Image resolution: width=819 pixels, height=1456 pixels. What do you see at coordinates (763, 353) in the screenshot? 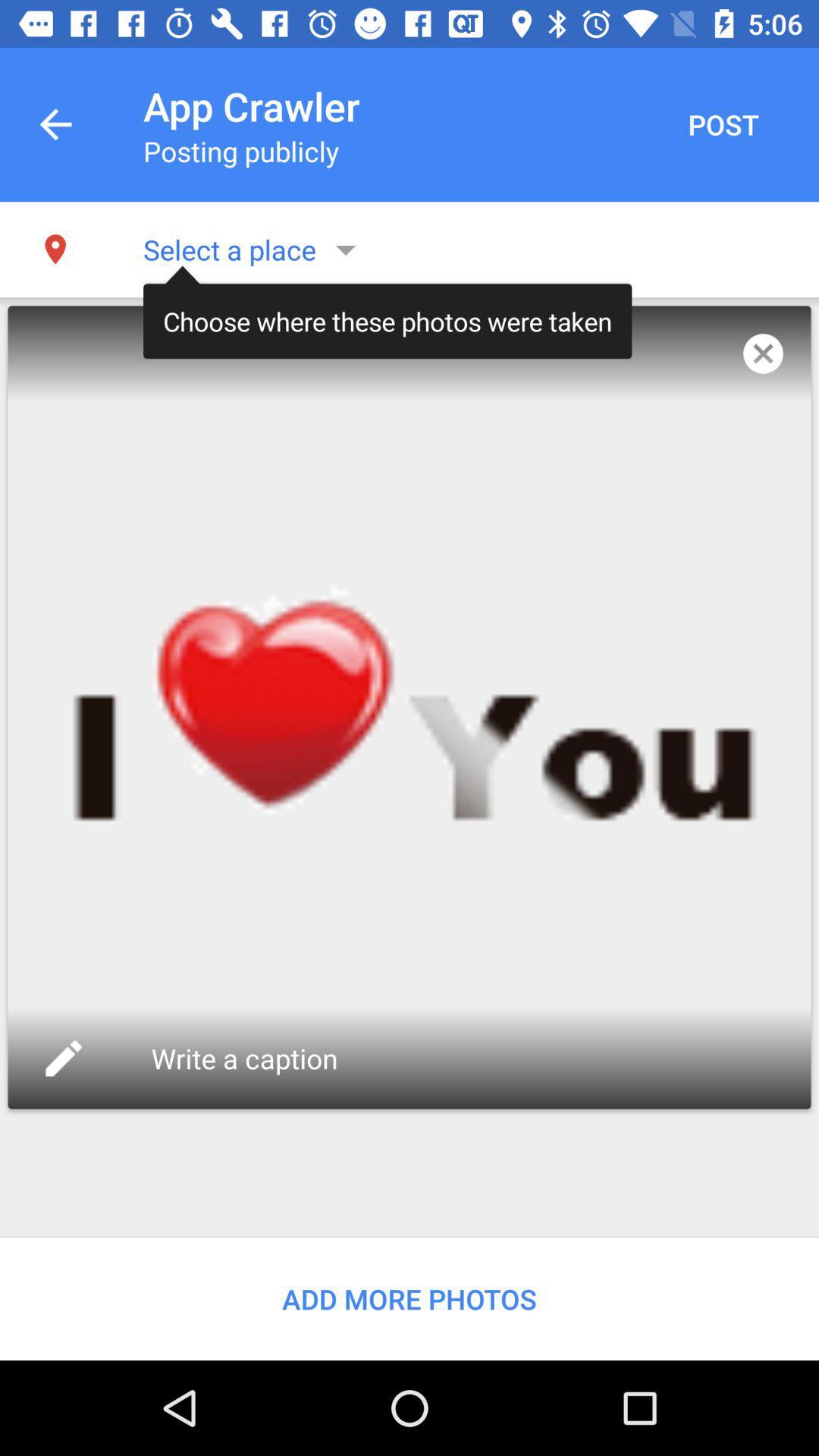
I see `the app next to the choose where these icon` at bounding box center [763, 353].